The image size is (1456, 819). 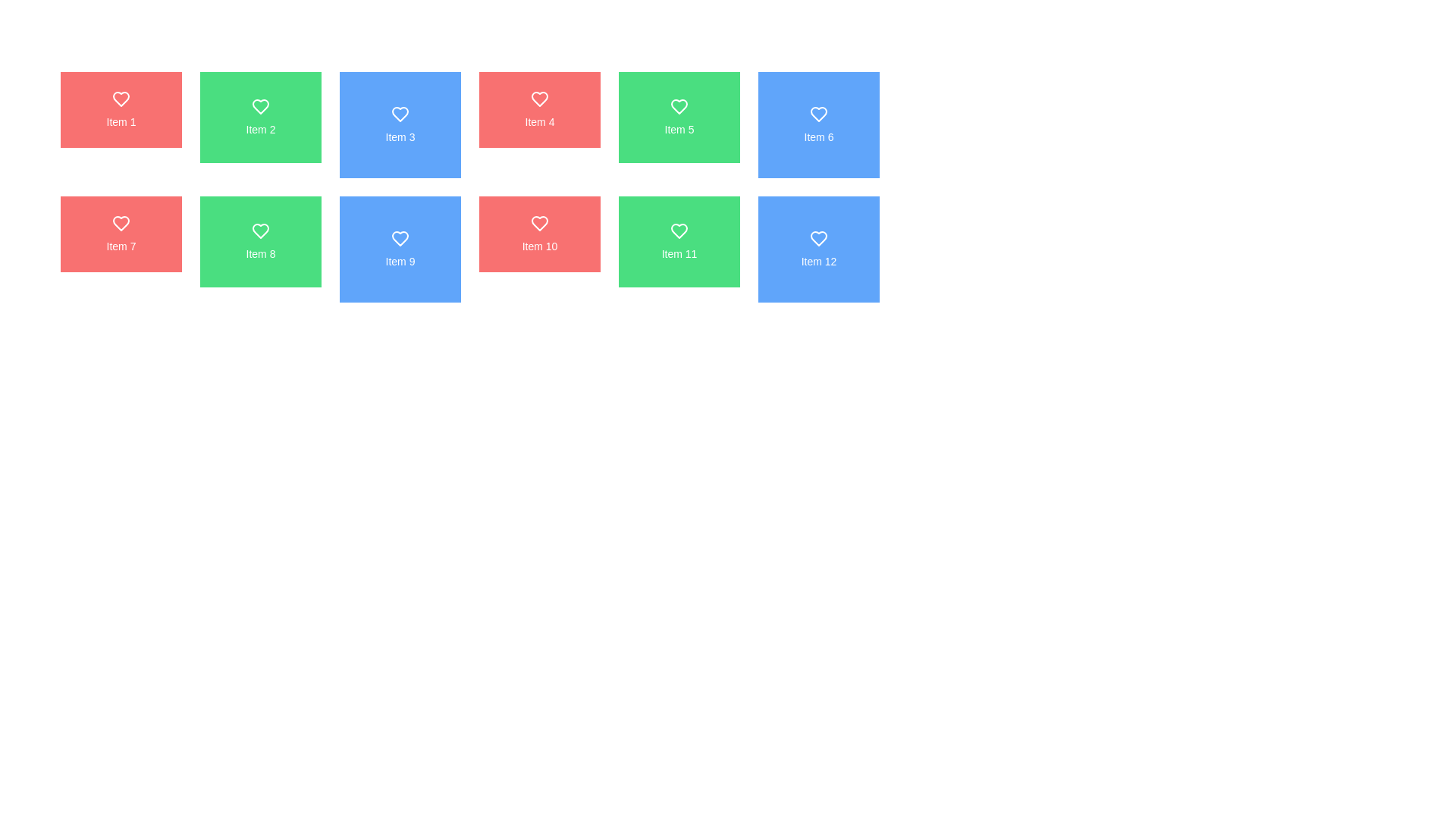 I want to click on the Rectangular clickable component labeled 'Item 3', so click(x=400, y=124).